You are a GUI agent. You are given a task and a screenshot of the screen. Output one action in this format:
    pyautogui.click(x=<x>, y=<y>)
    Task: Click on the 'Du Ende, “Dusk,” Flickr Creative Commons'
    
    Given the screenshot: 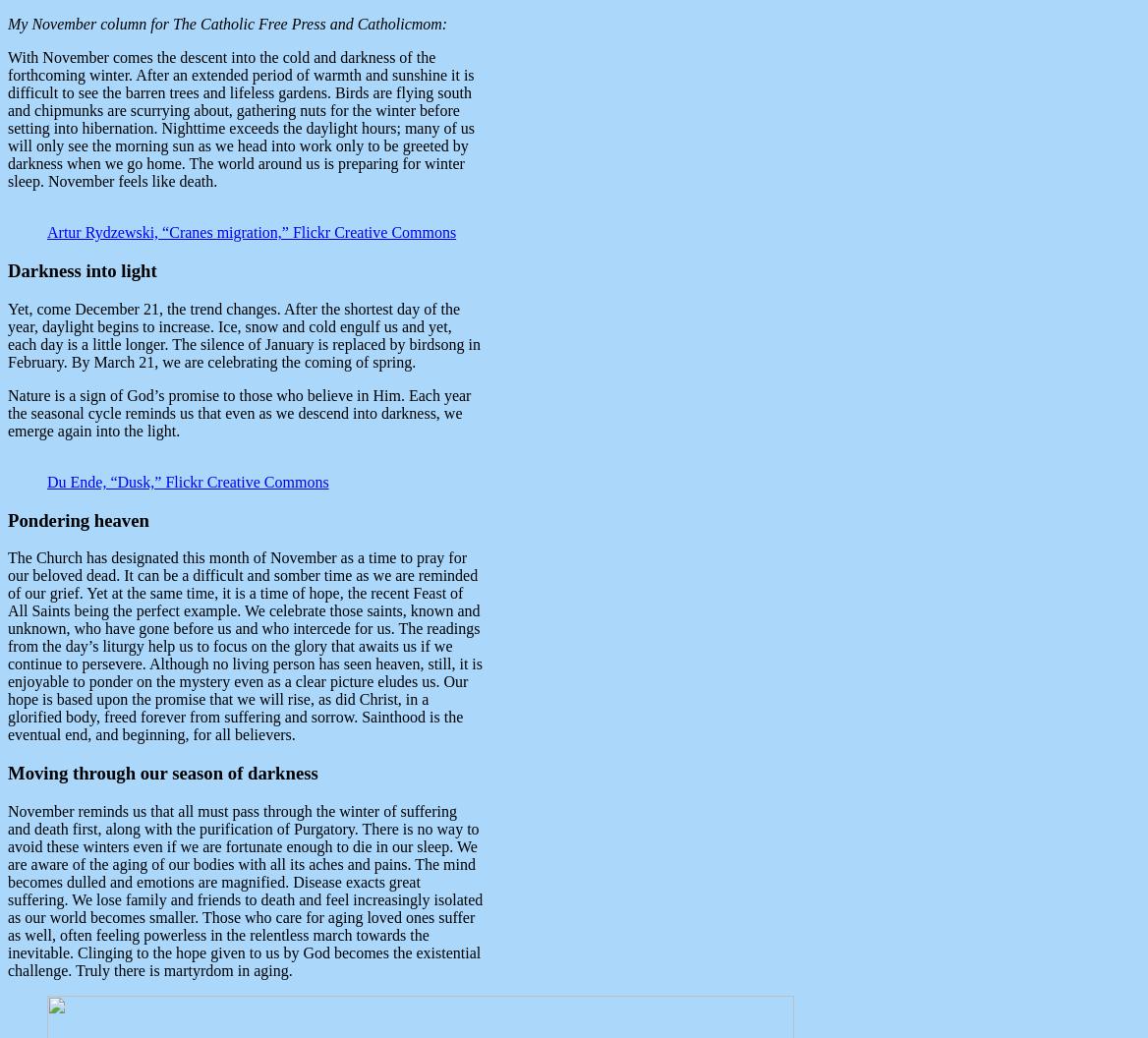 What is the action you would take?
    pyautogui.click(x=187, y=480)
    